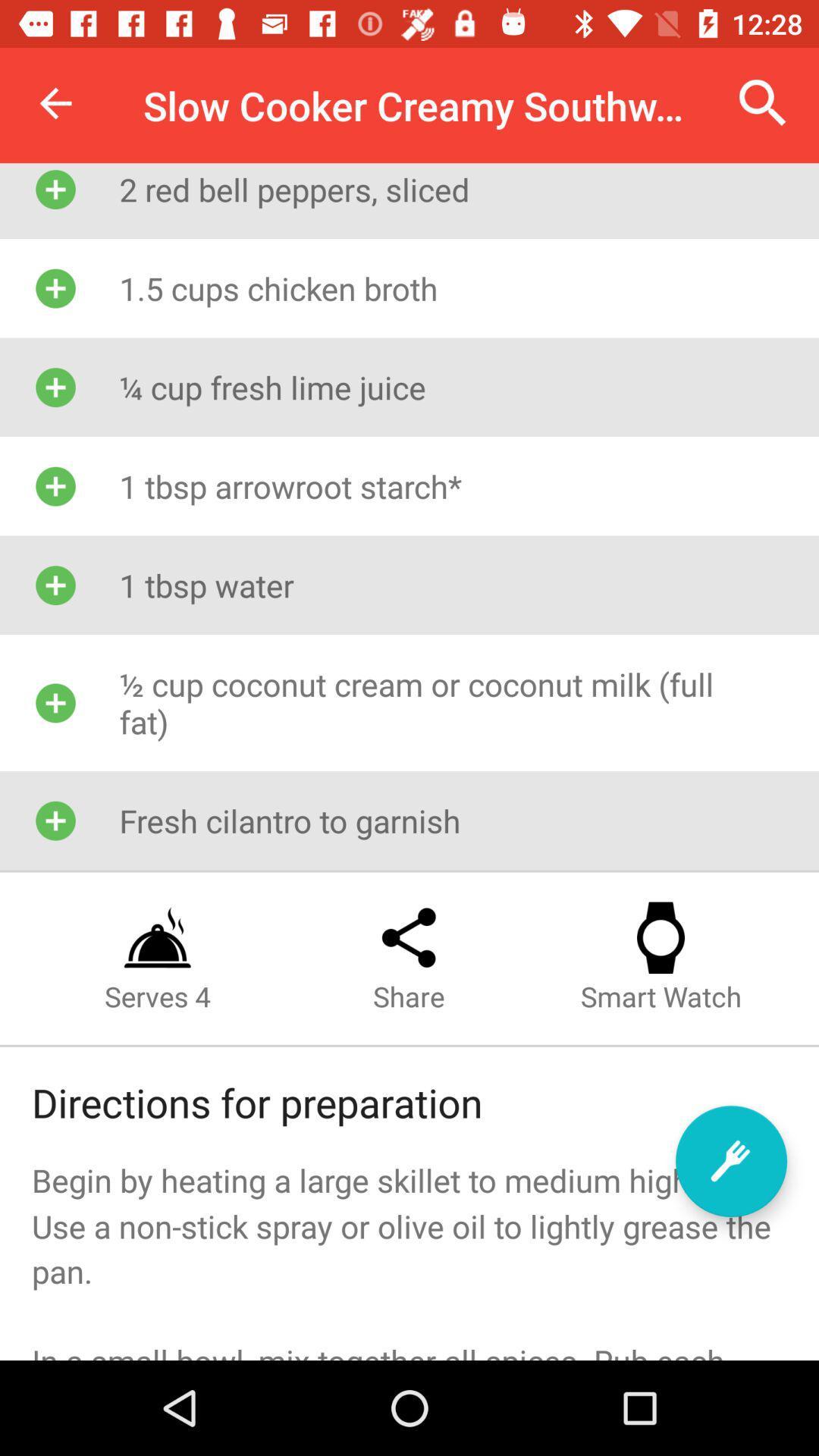 Image resolution: width=819 pixels, height=1456 pixels. I want to click on the item next to slow cooker creamy, so click(763, 102).